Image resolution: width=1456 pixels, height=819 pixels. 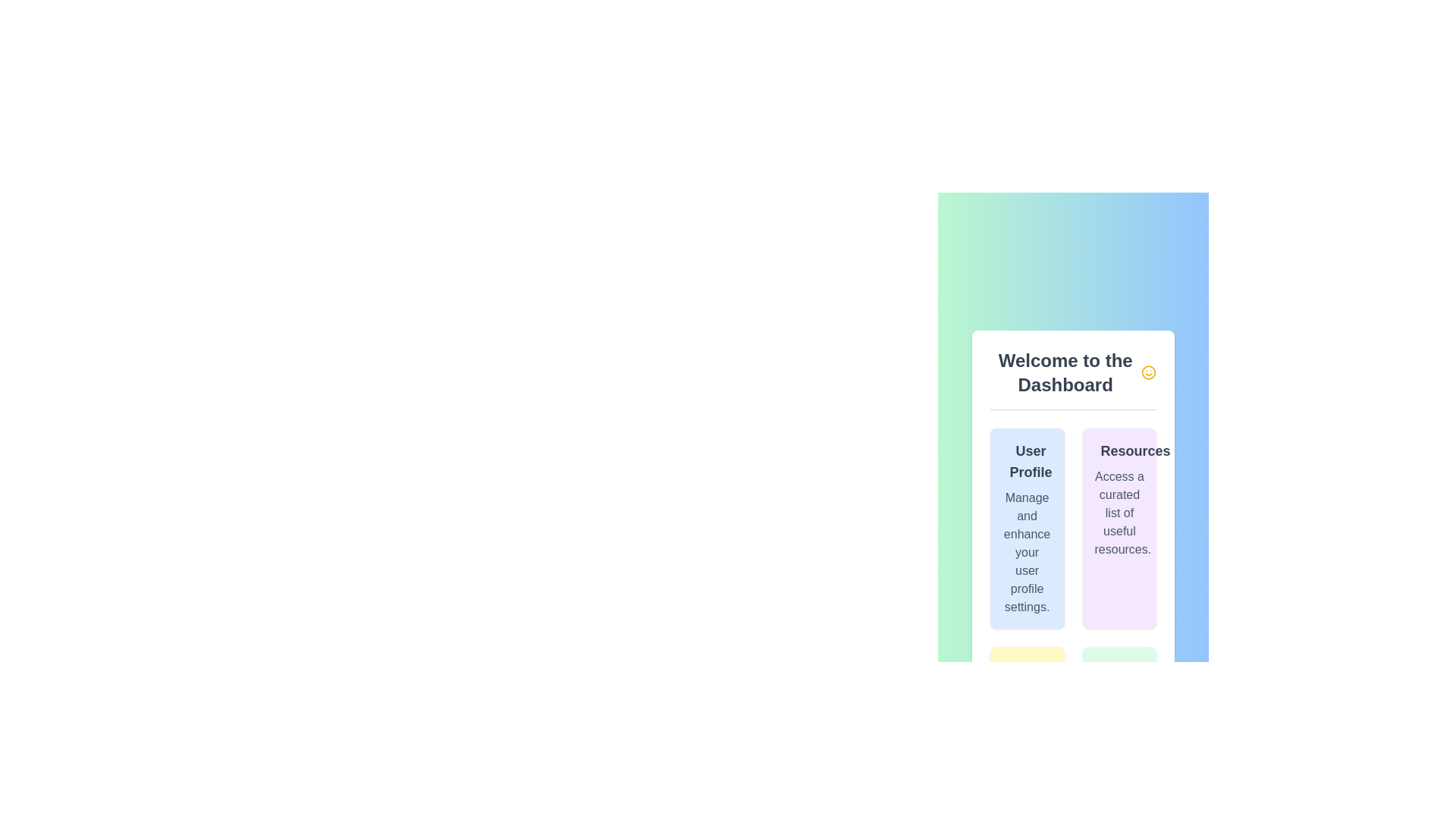 I want to click on informational card about managing user profile settings, which is the first card in a grid of four cards, located at the top-left corner next to the purple card titled 'Resources', so click(x=1027, y=527).